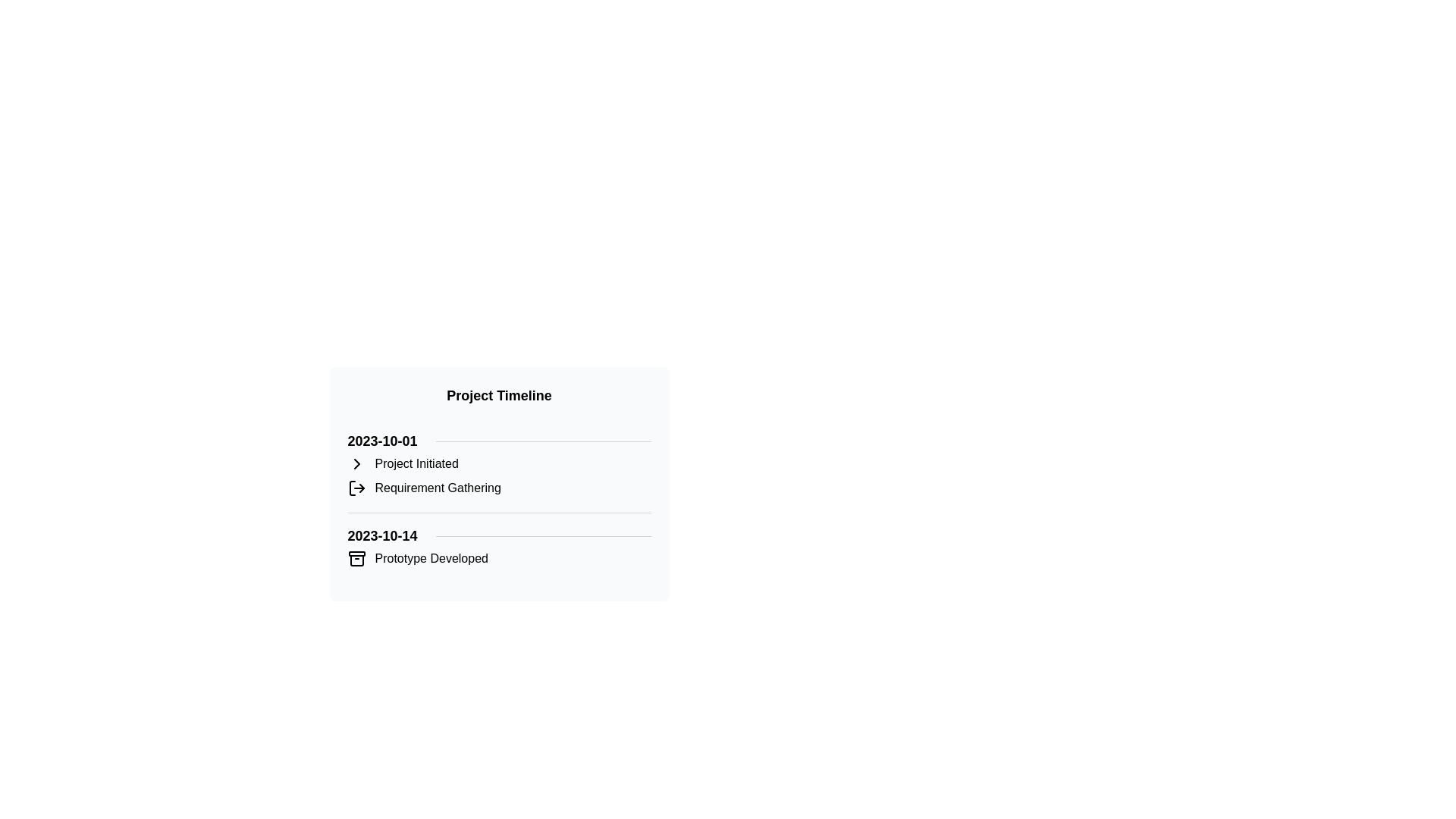 Image resolution: width=1456 pixels, height=819 pixels. Describe the element at coordinates (416, 463) in the screenshot. I see `the 'Project Initiated' text label in the timeline under the header '2023-10-01'` at that location.